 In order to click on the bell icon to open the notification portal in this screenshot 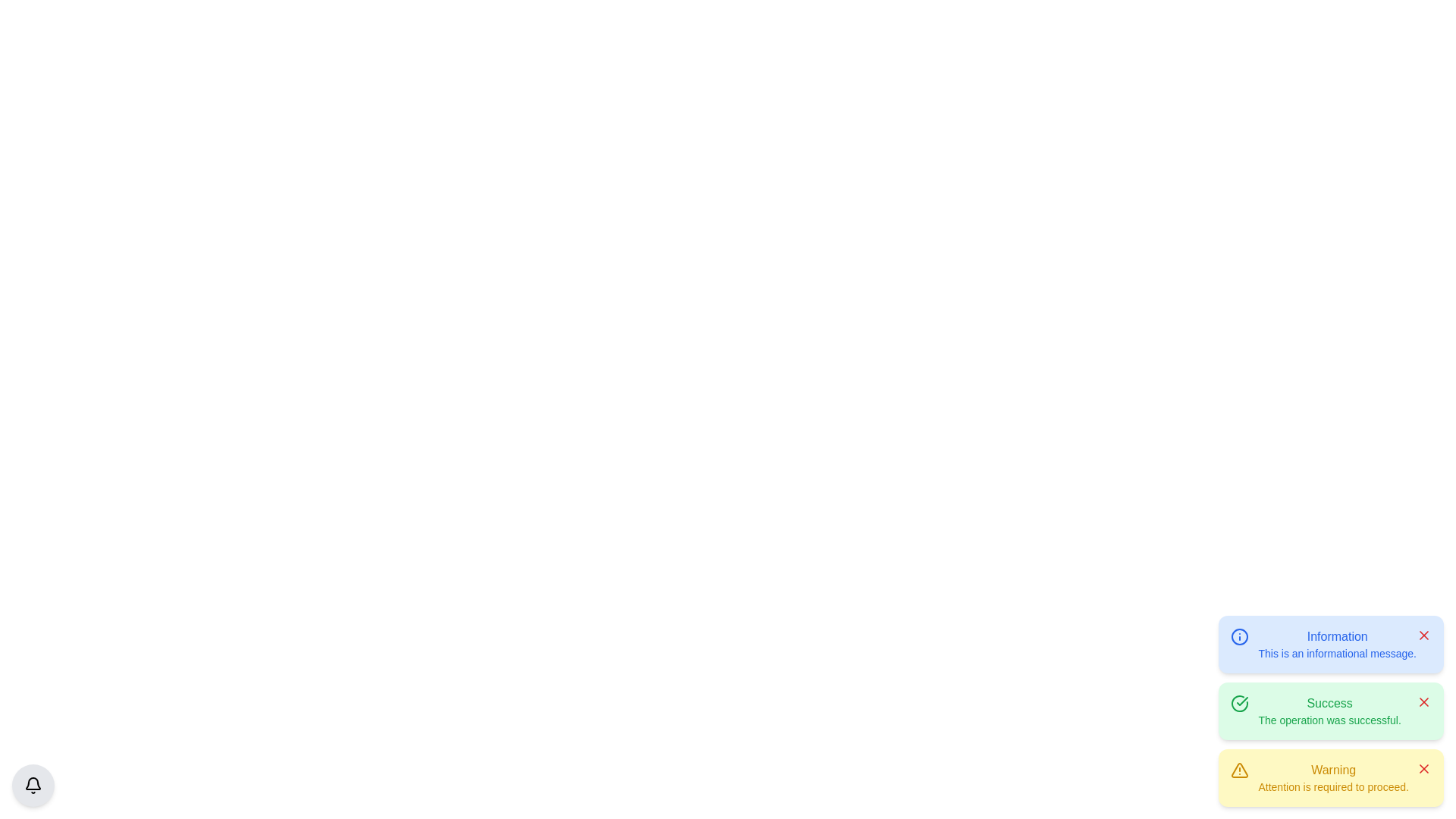, I will do `click(33, 785)`.